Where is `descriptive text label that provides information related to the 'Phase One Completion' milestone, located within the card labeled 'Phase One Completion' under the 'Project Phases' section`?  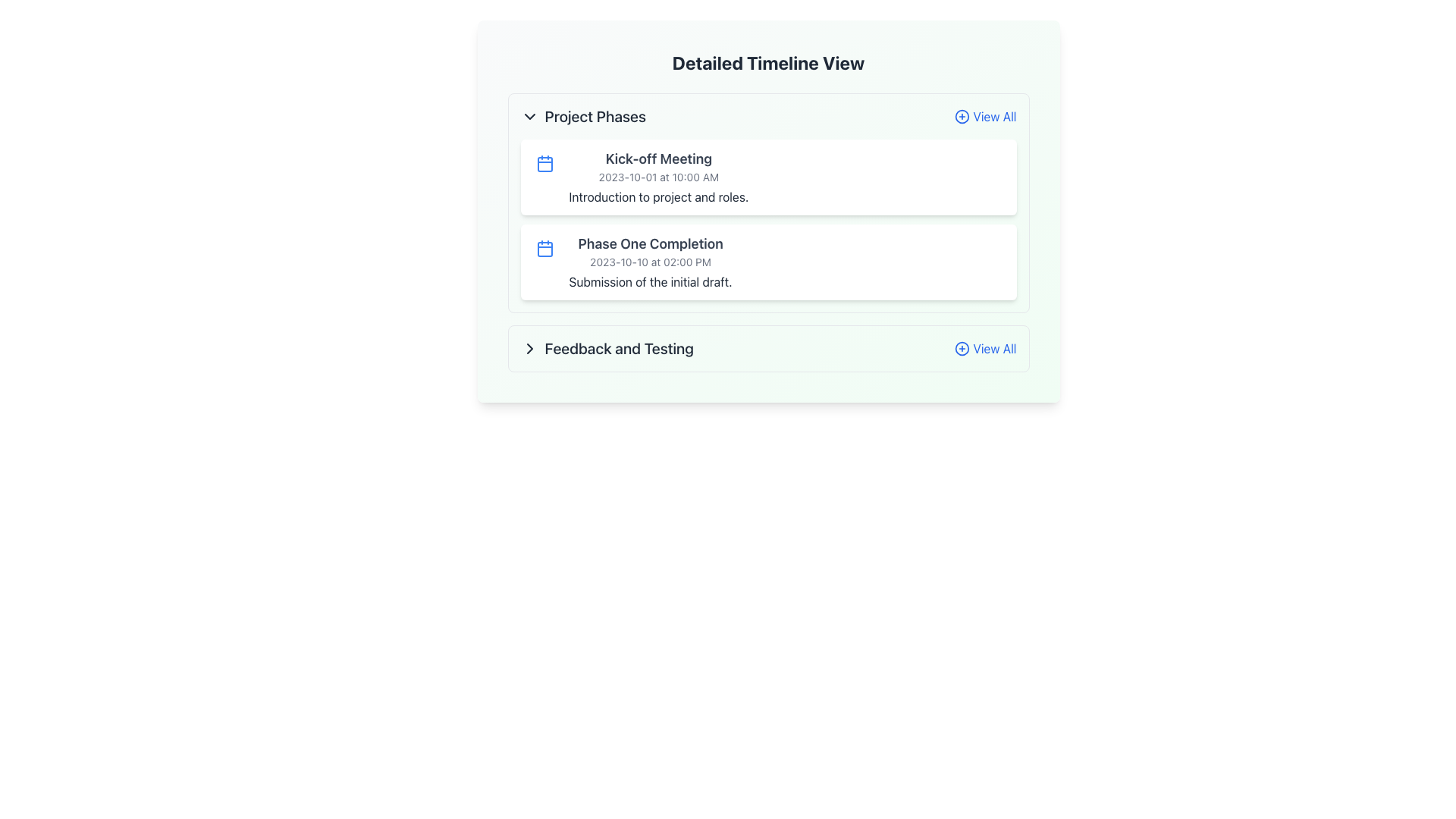
descriptive text label that provides information related to the 'Phase One Completion' milestone, located within the card labeled 'Phase One Completion' under the 'Project Phases' section is located at coordinates (651, 281).